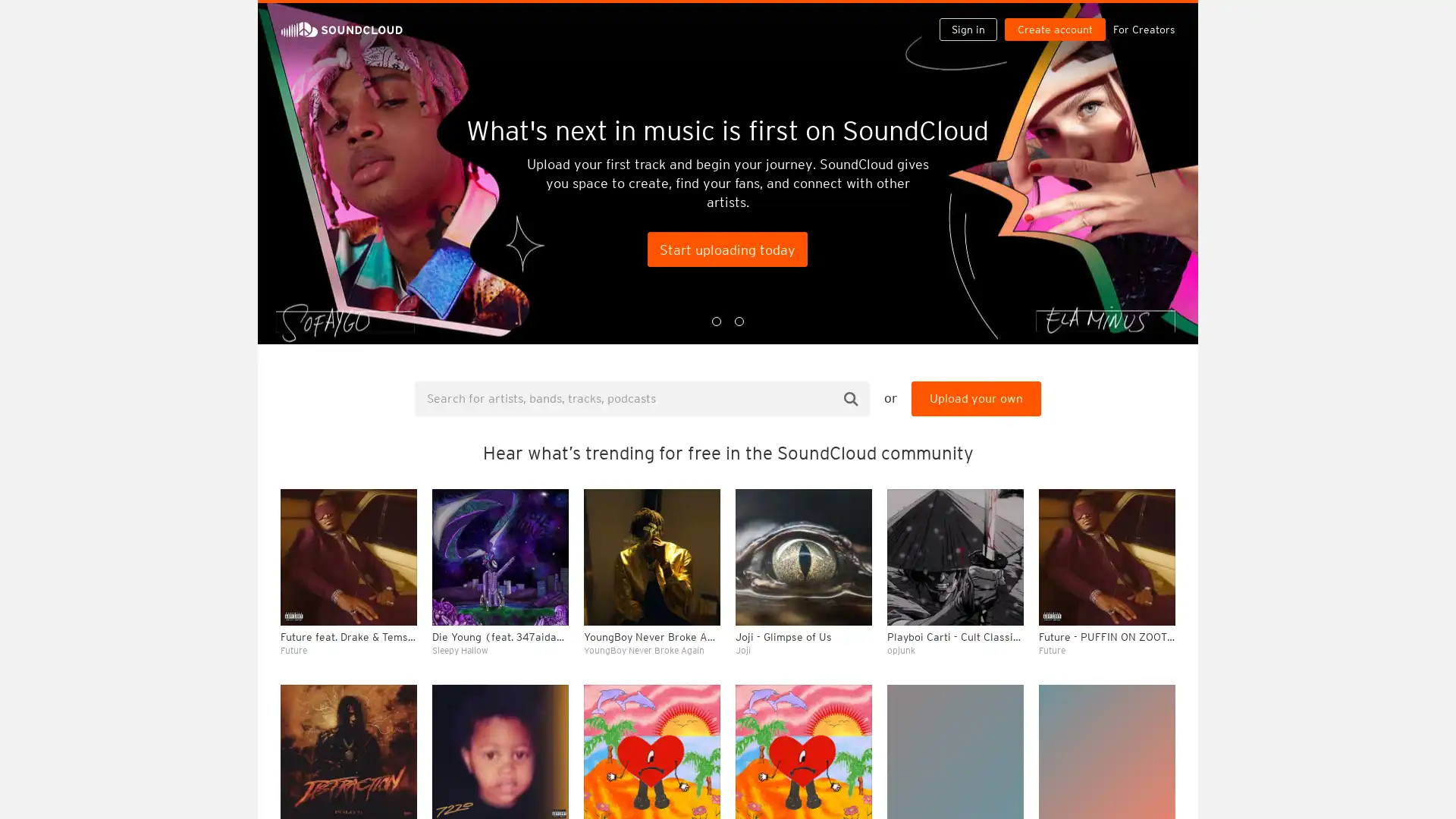 The width and height of the screenshot is (1456, 819). Describe the element at coordinates (851, 397) in the screenshot. I see `Search` at that location.